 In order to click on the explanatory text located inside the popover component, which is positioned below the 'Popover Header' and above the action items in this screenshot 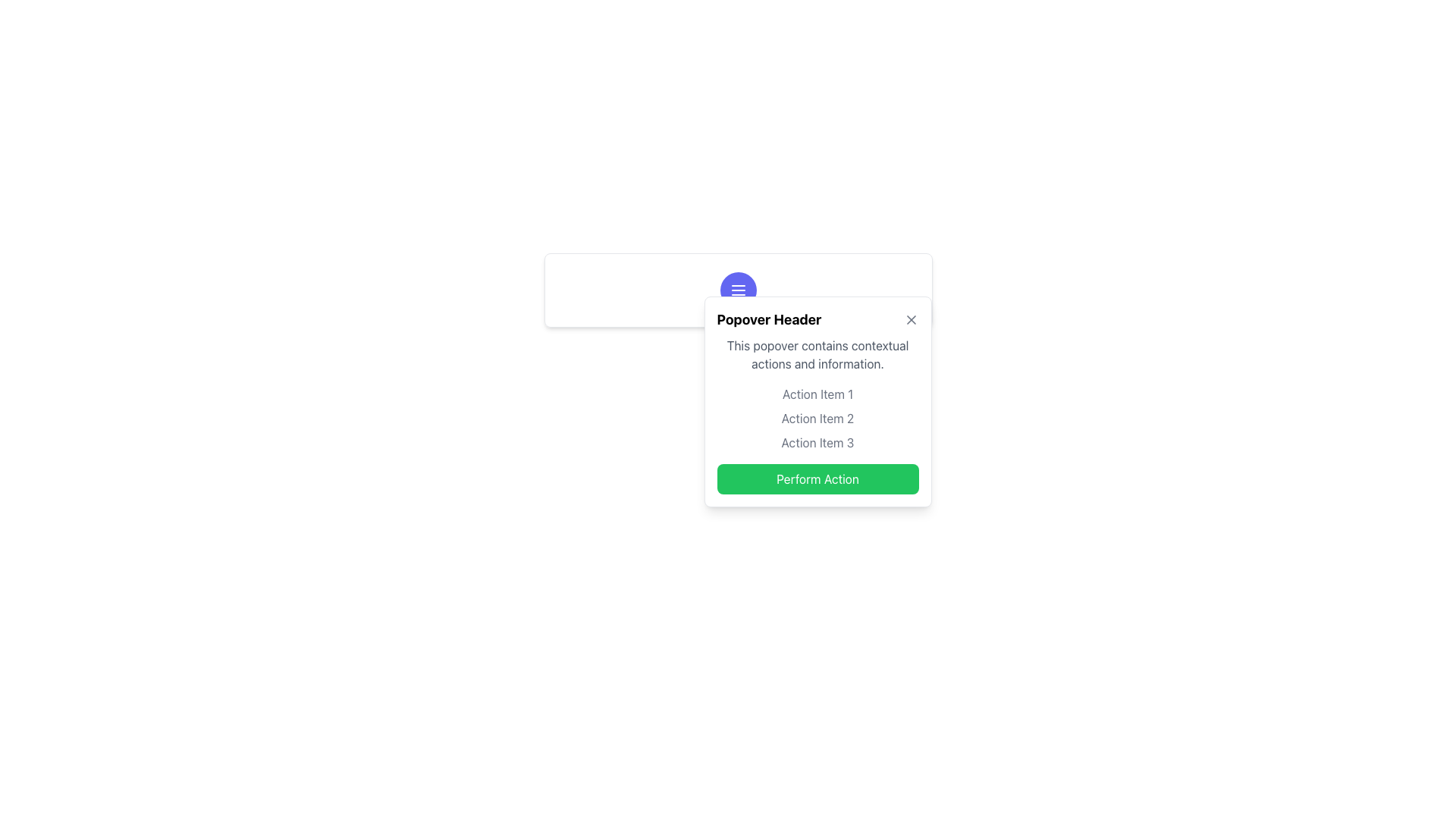, I will do `click(817, 354)`.